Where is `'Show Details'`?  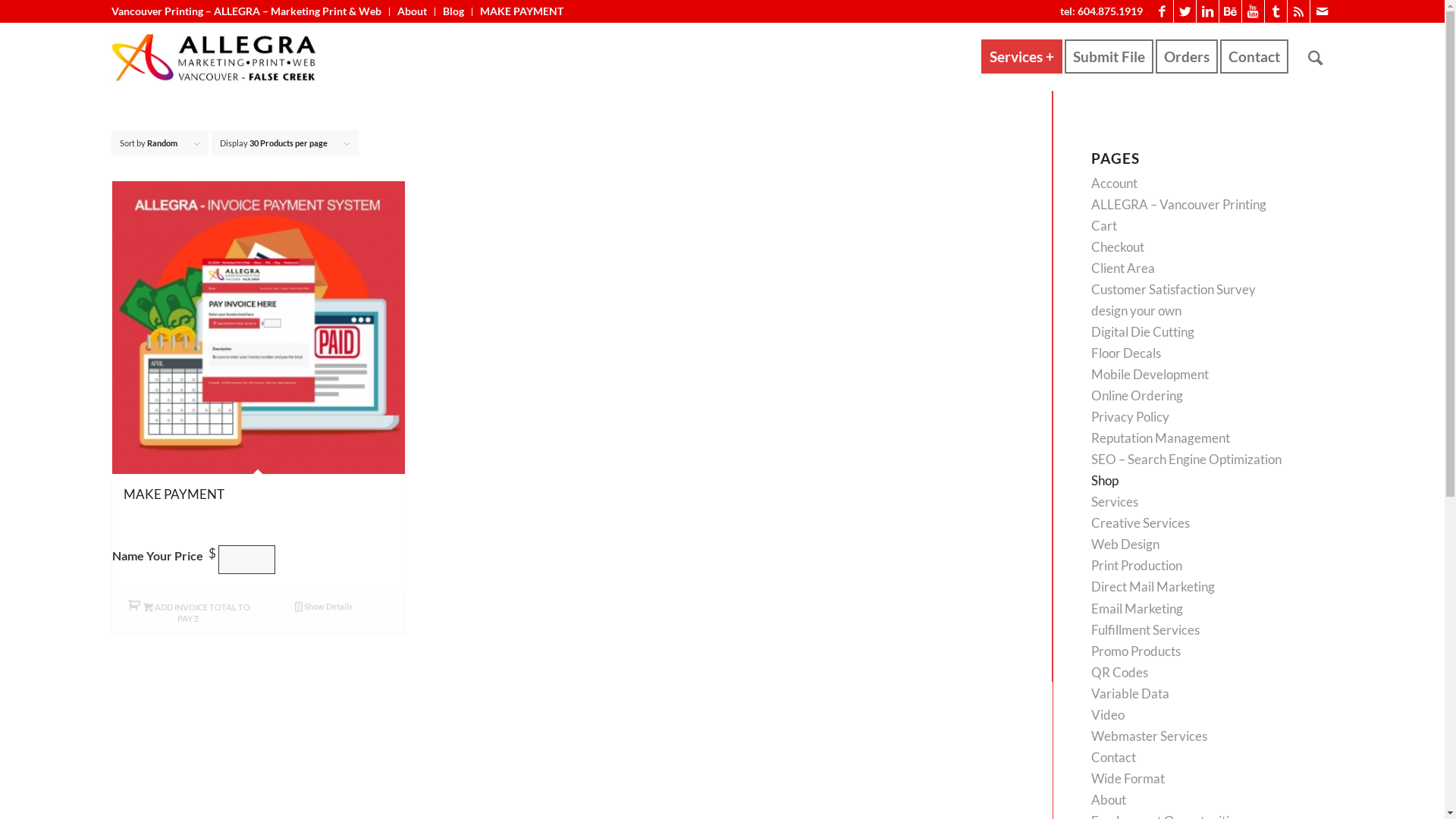
'Show Details' is located at coordinates (322, 604).